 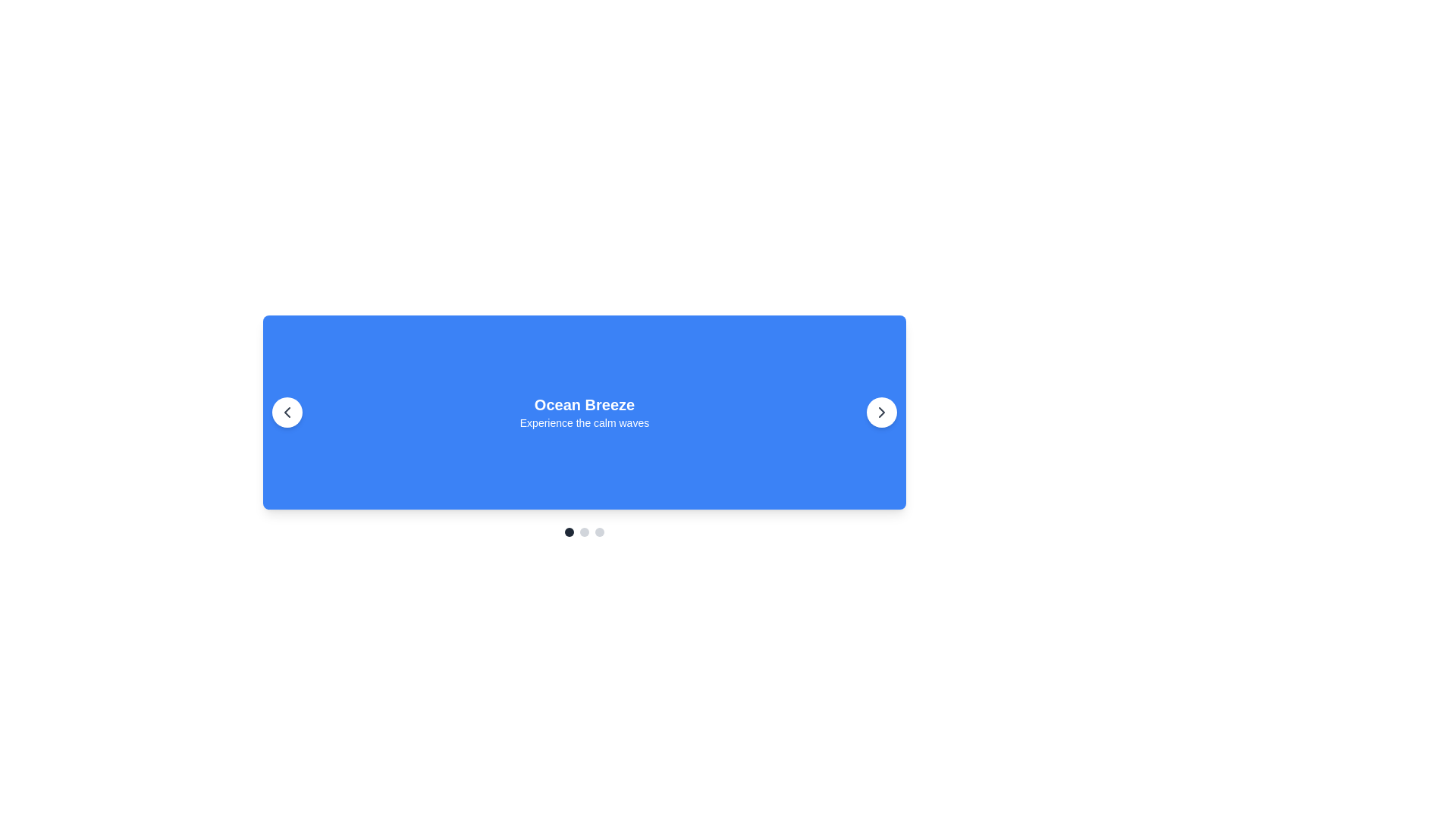 What do you see at coordinates (584, 403) in the screenshot?
I see `text label titled 'Ocean Breeze', which is styled with a blue background and positioned above the sibling text 'Experience the calm waves'` at bounding box center [584, 403].